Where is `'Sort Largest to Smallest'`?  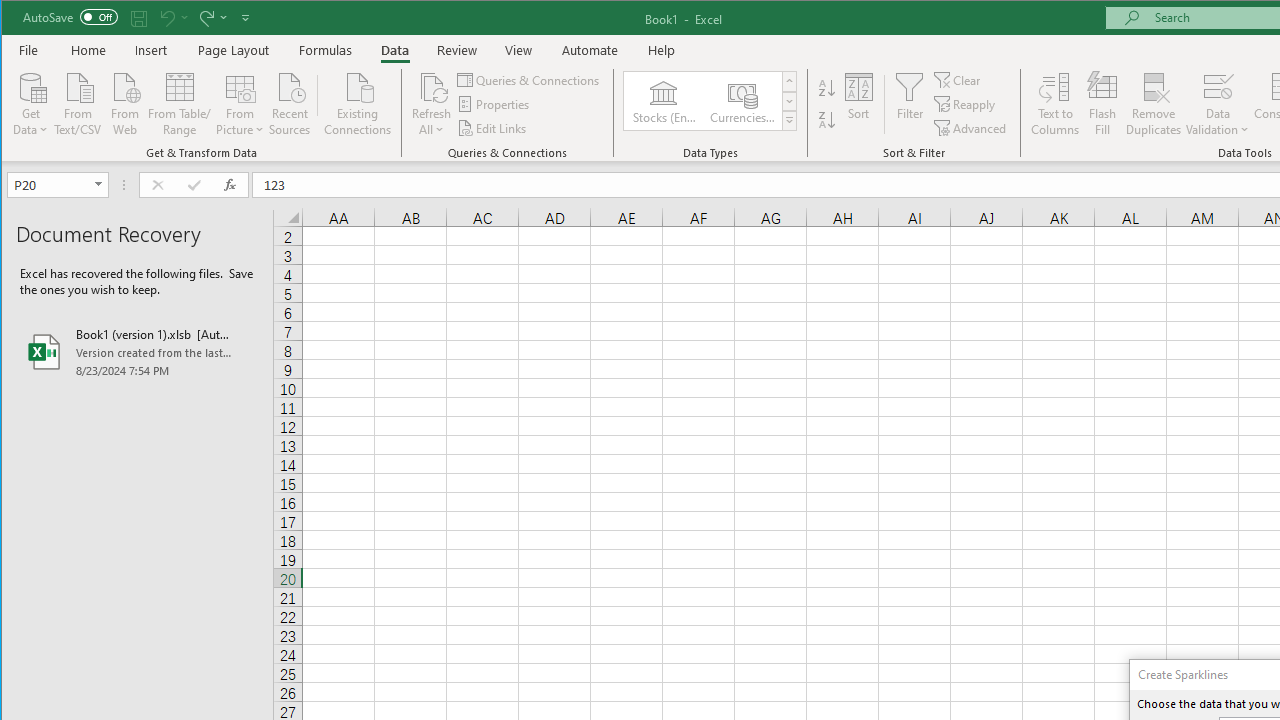
'Sort Largest to Smallest' is located at coordinates (827, 120).